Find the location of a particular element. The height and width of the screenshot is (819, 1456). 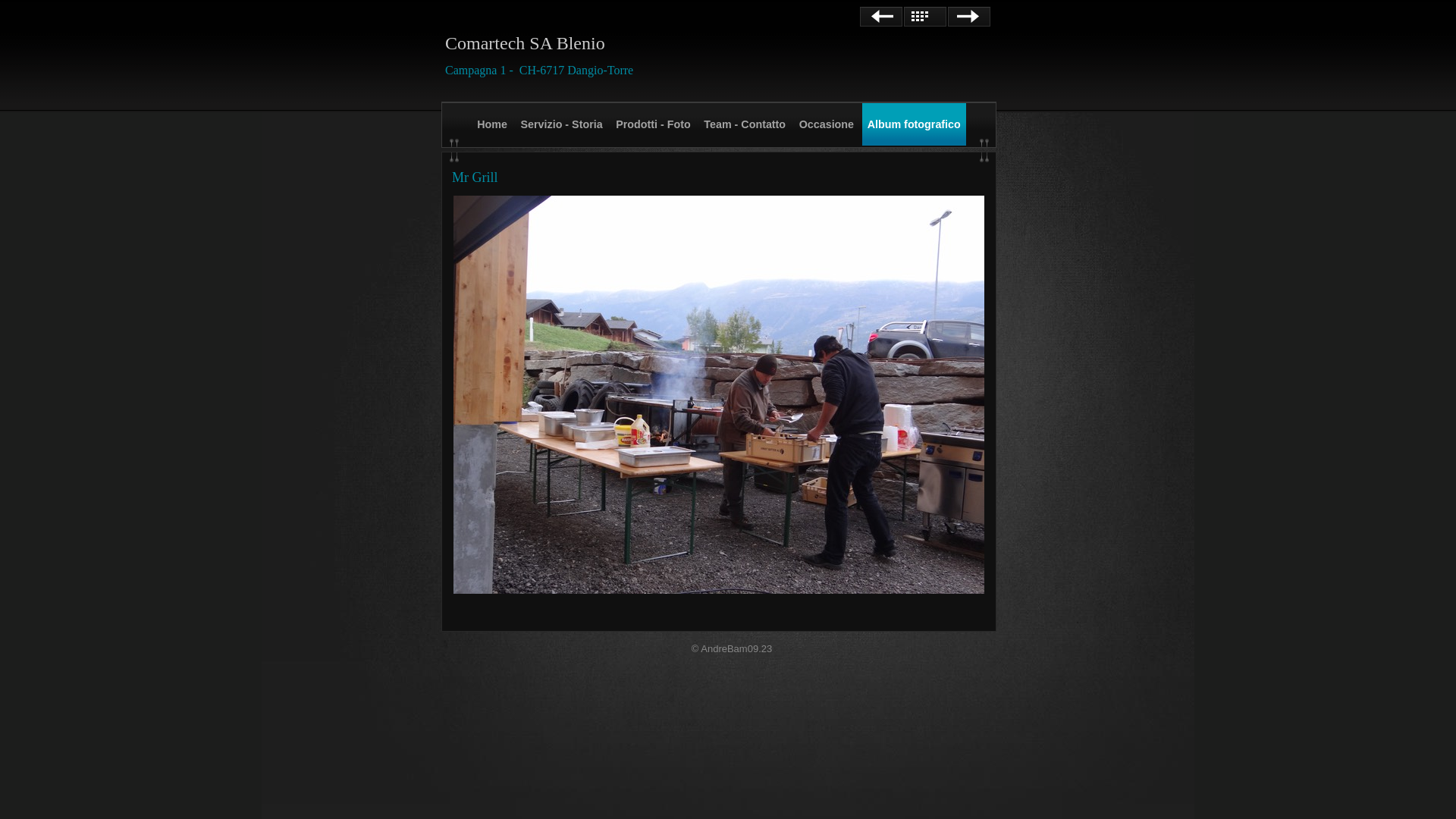

'Album fotografico' is located at coordinates (862, 124).